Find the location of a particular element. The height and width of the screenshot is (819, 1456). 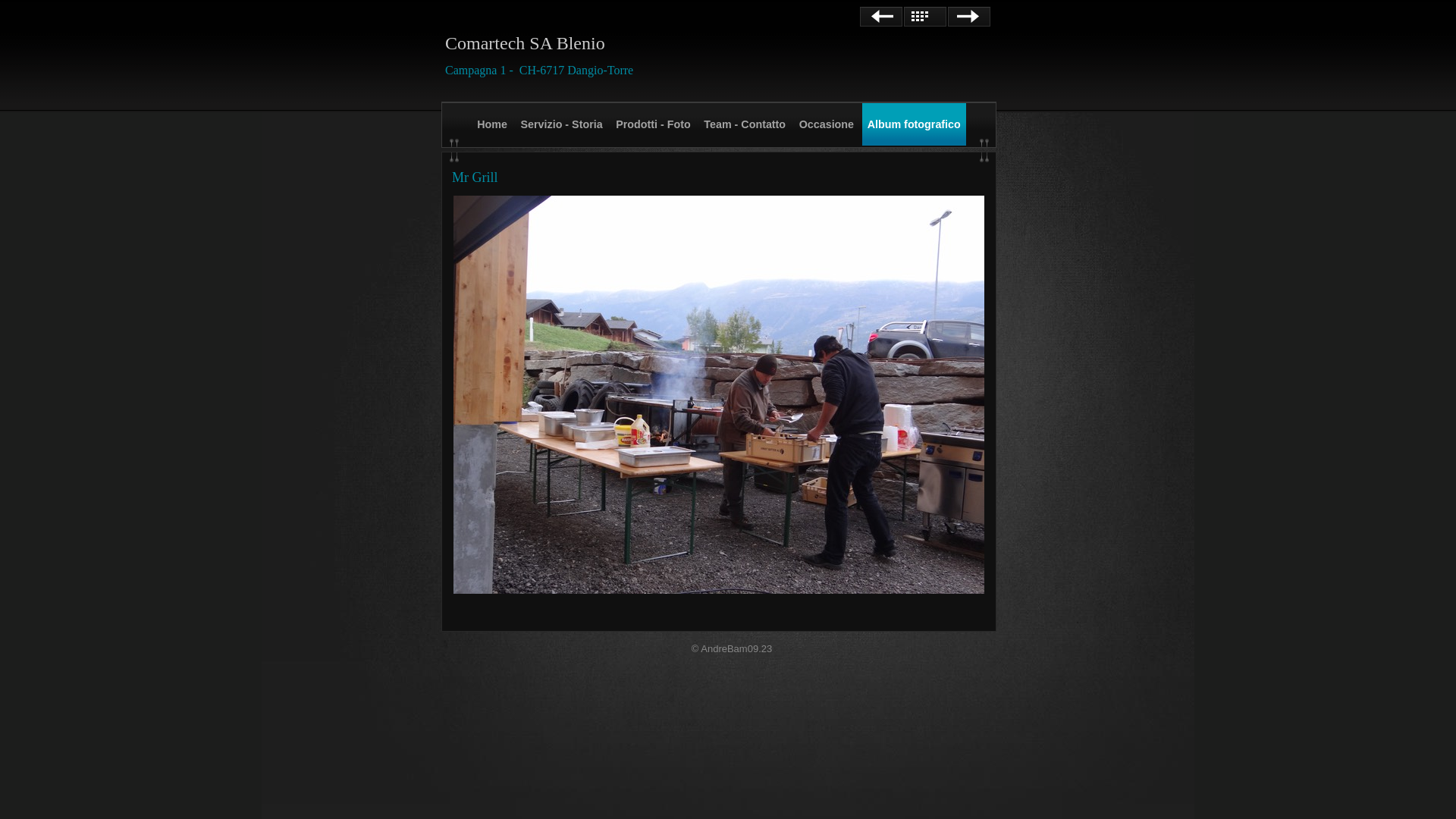

'Album fotografico' is located at coordinates (862, 124).